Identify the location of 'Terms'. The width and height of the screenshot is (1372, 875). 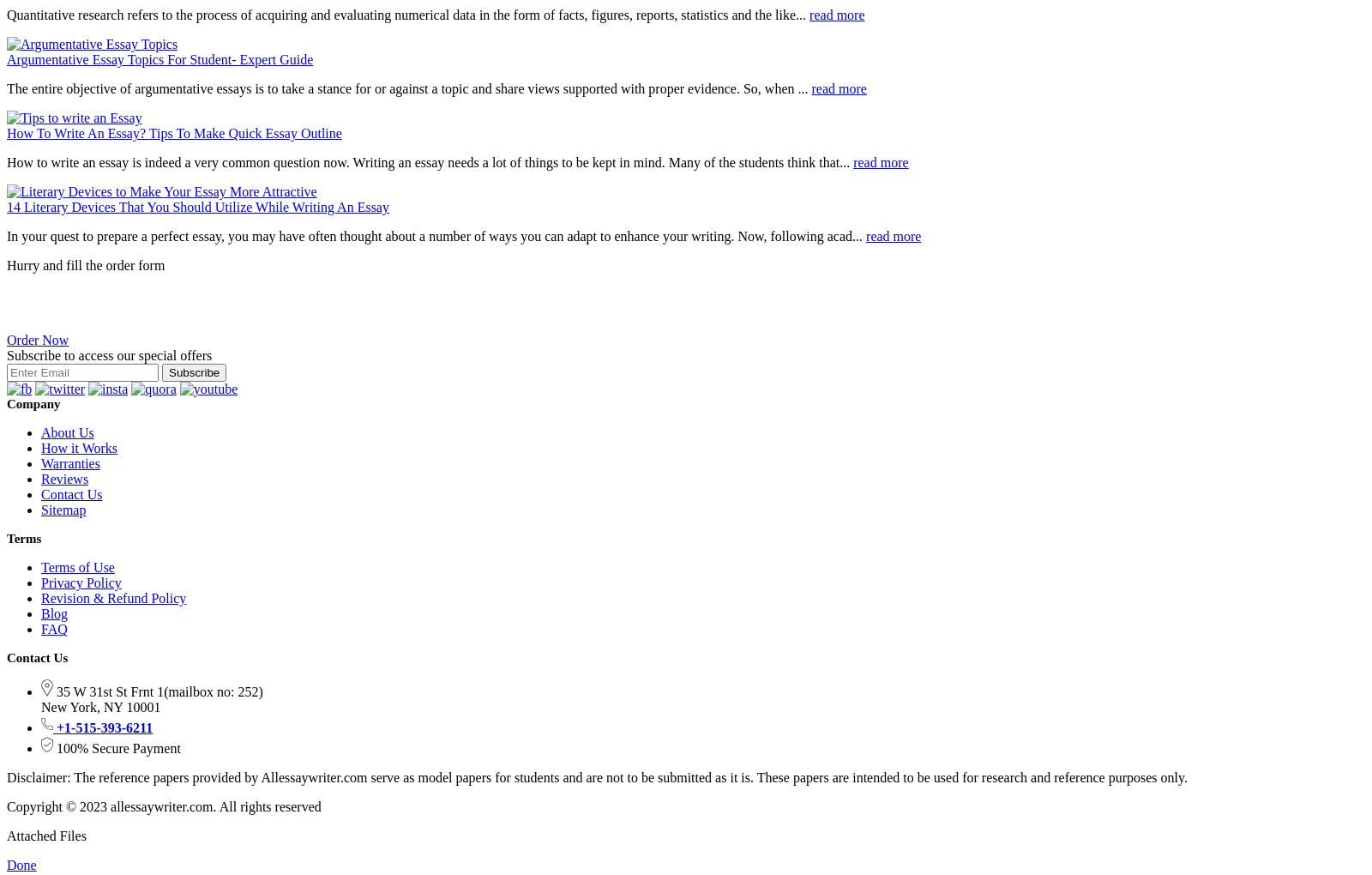
(23, 538).